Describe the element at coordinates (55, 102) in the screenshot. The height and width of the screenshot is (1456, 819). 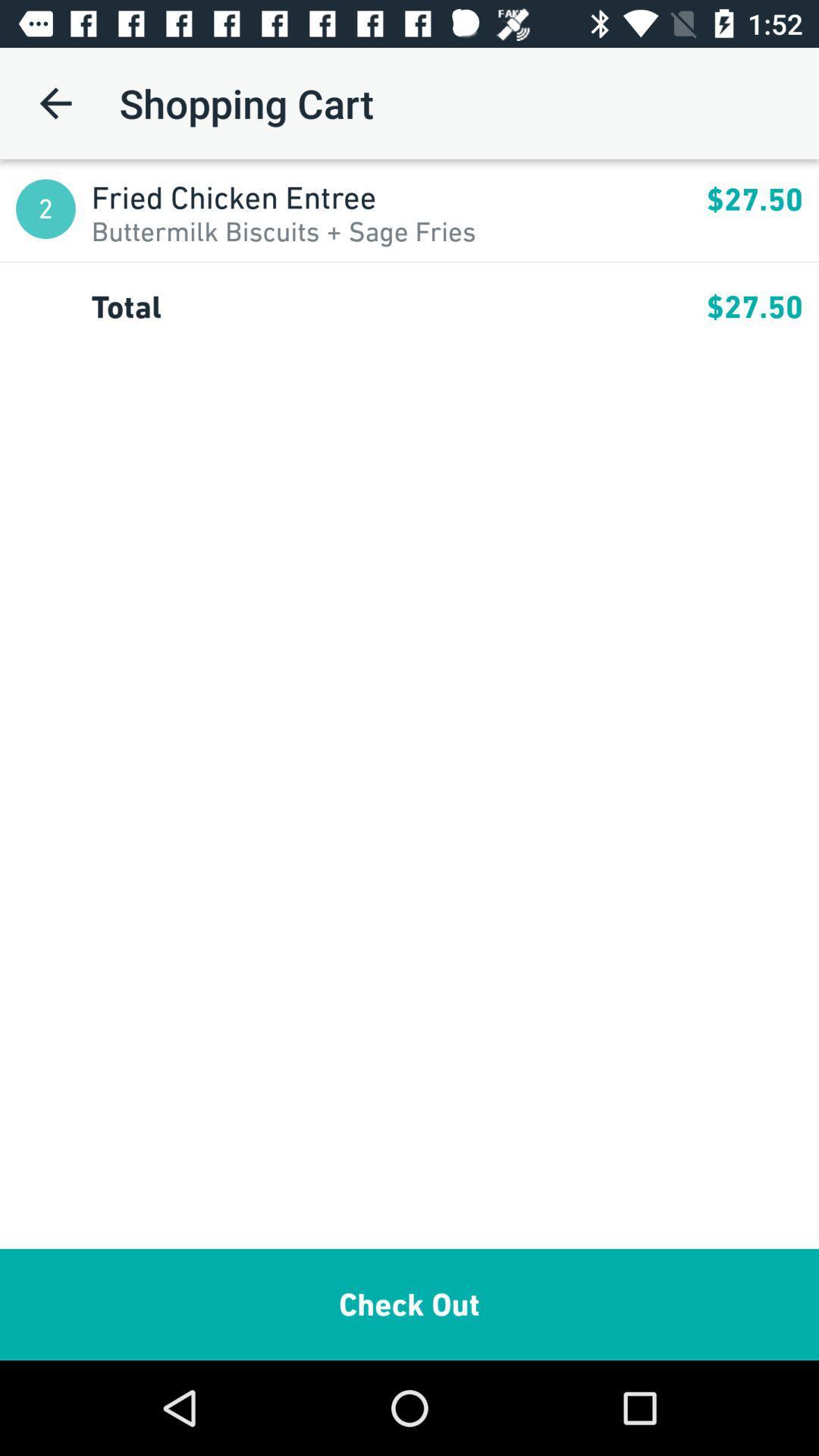
I see `the app next to shopping cart item` at that location.